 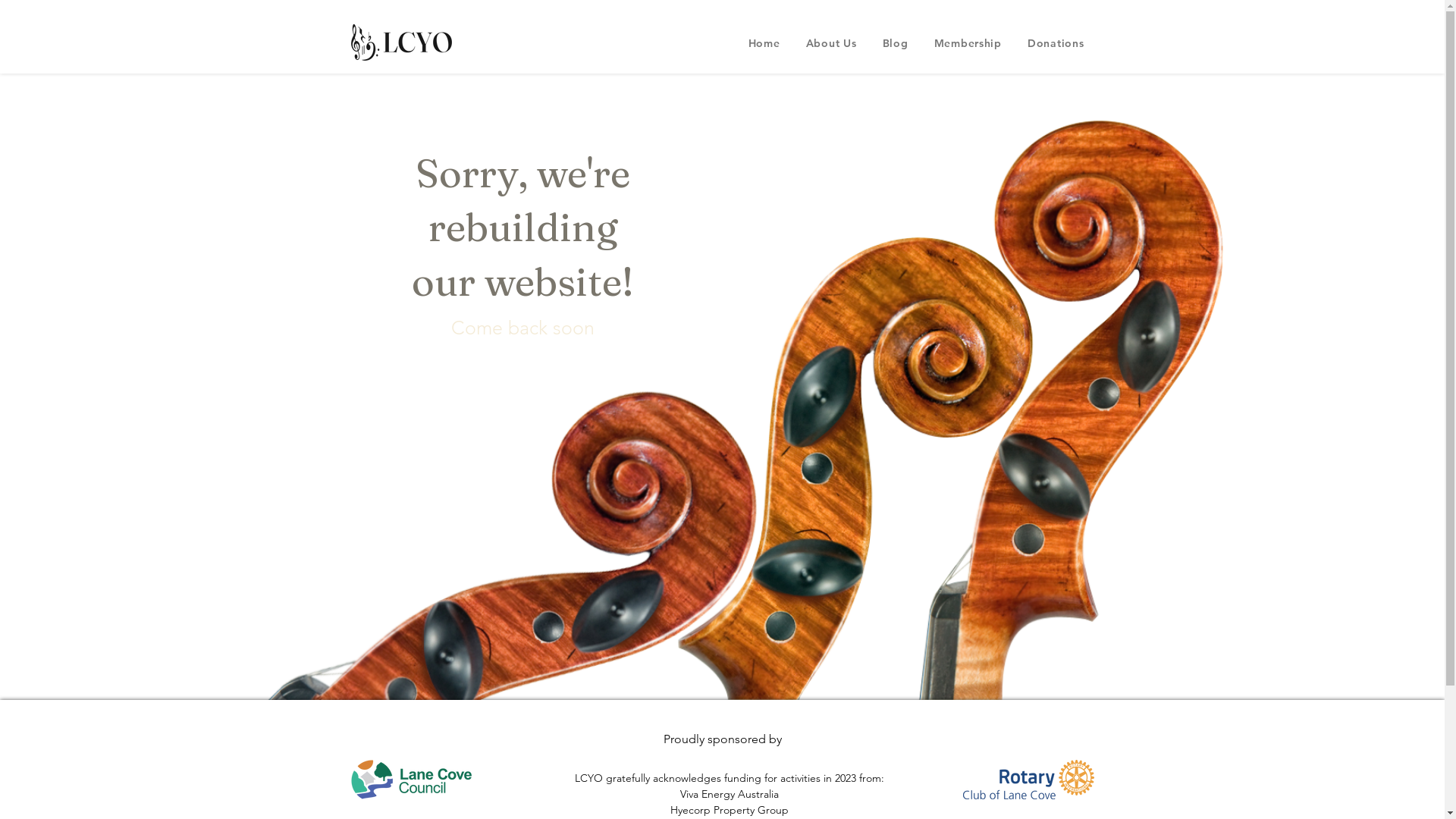 I want to click on 'Blog', so click(x=895, y=42).